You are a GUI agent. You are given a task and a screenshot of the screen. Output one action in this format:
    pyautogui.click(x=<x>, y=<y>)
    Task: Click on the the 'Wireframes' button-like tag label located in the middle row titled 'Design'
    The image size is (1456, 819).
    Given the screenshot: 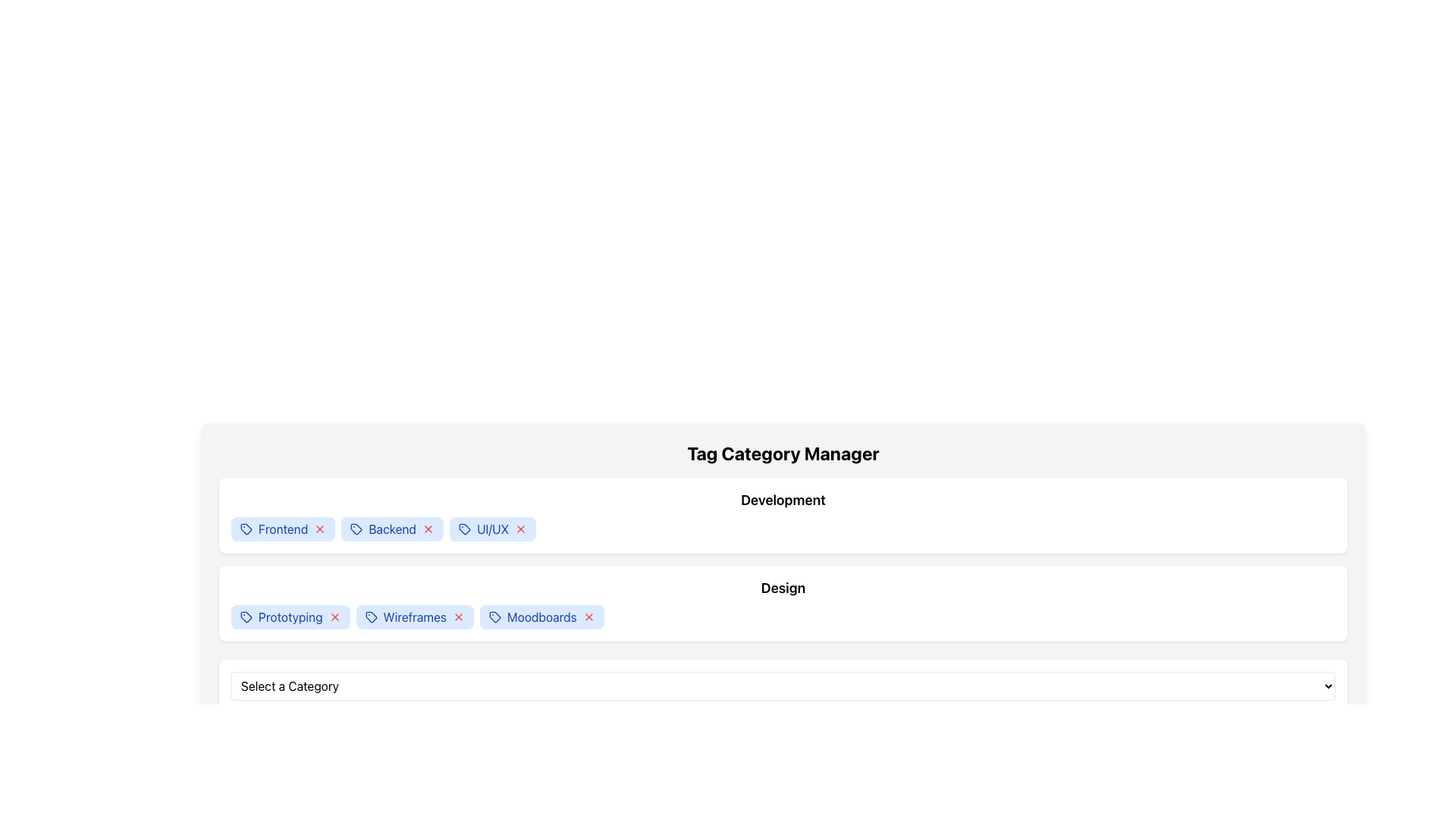 What is the action you would take?
    pyautogui.click(x=415, y=617)
    